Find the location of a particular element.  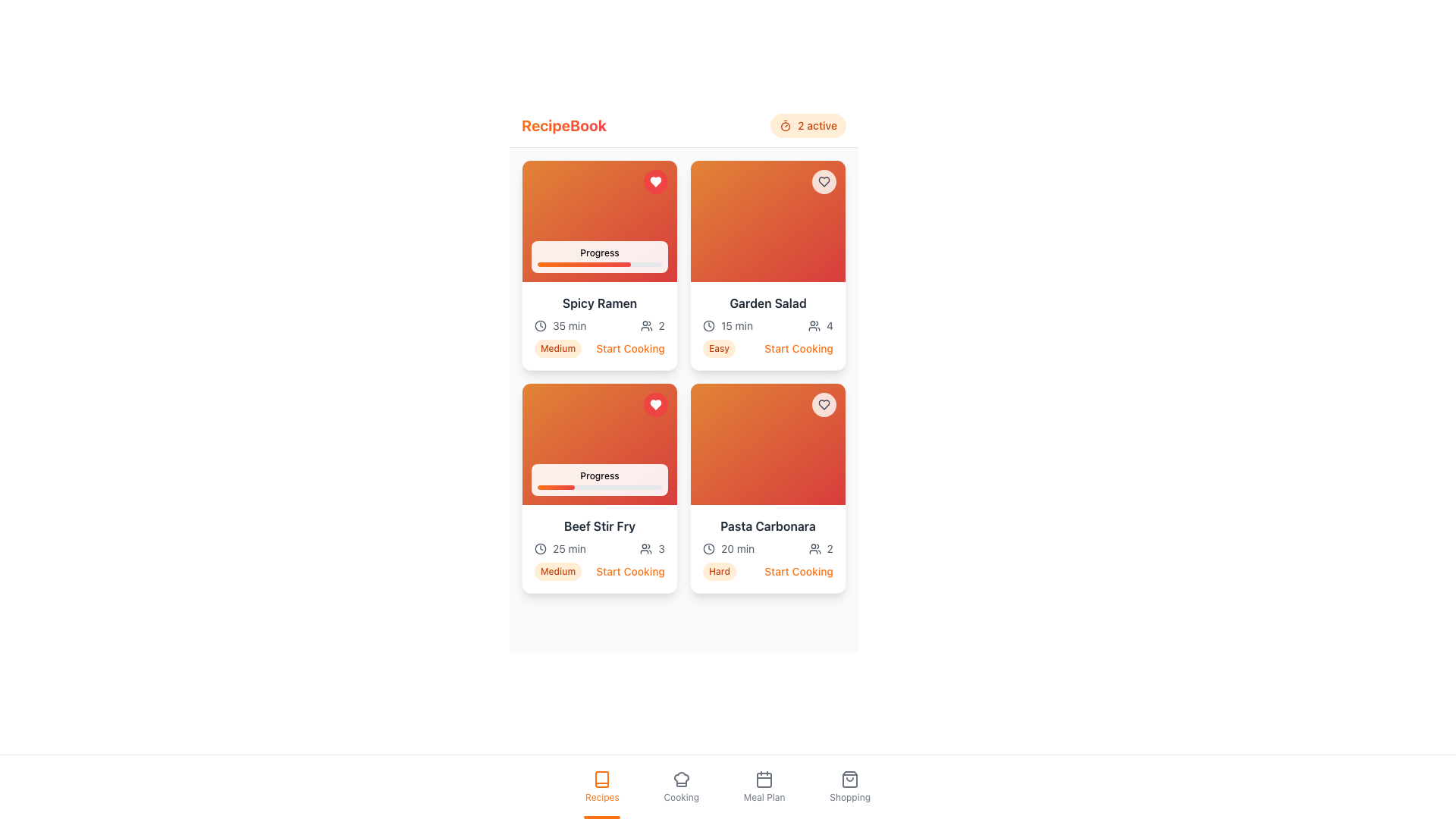

the timer icon located at the start of the badge component labeled '2 active', positioned to the left of the text near the top-right of the page adjacent to the title 'RecipeBook' is located at coordinates (786, 124).